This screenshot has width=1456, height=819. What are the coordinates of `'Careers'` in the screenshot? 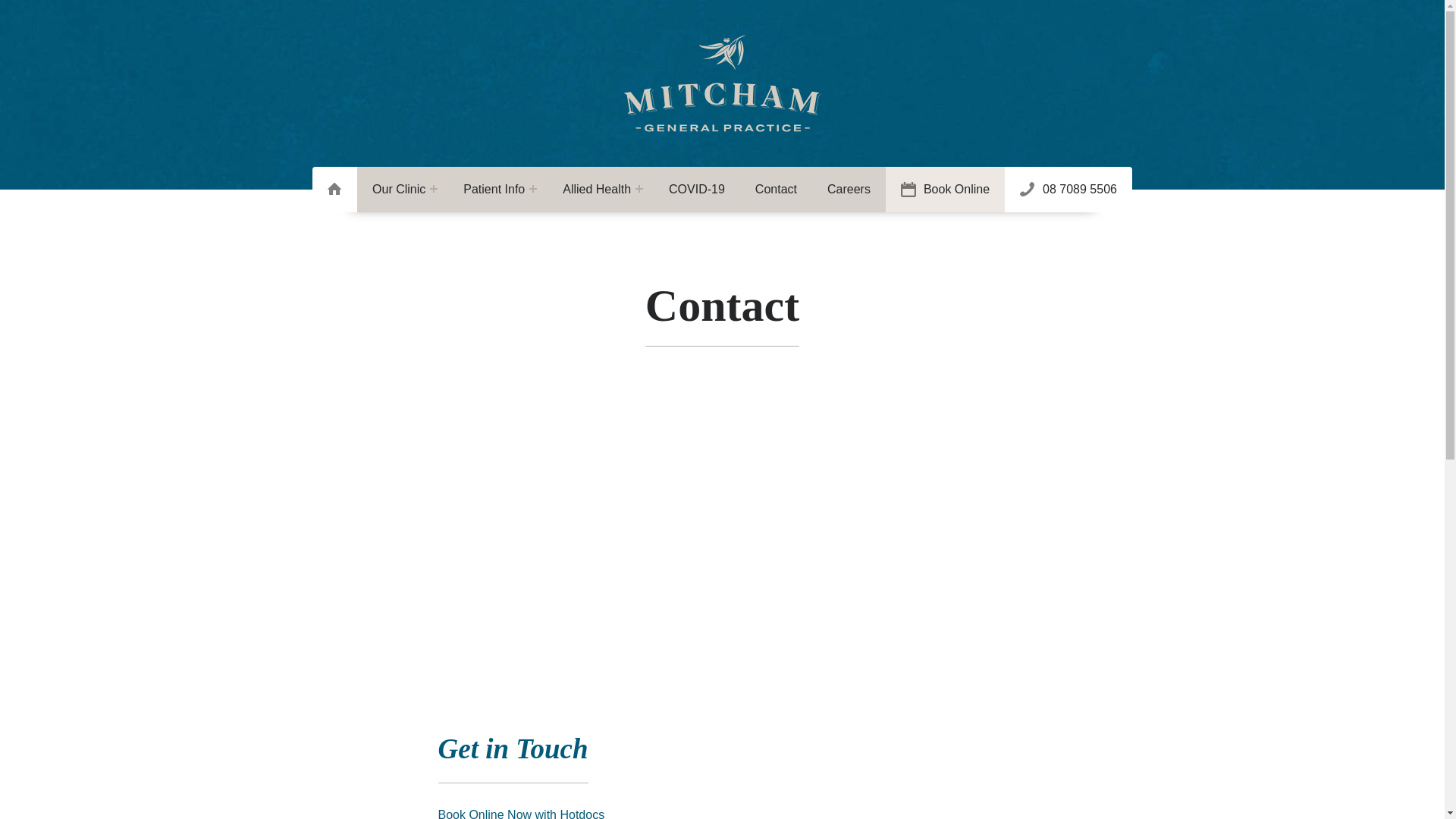 It's located at (848, 189).